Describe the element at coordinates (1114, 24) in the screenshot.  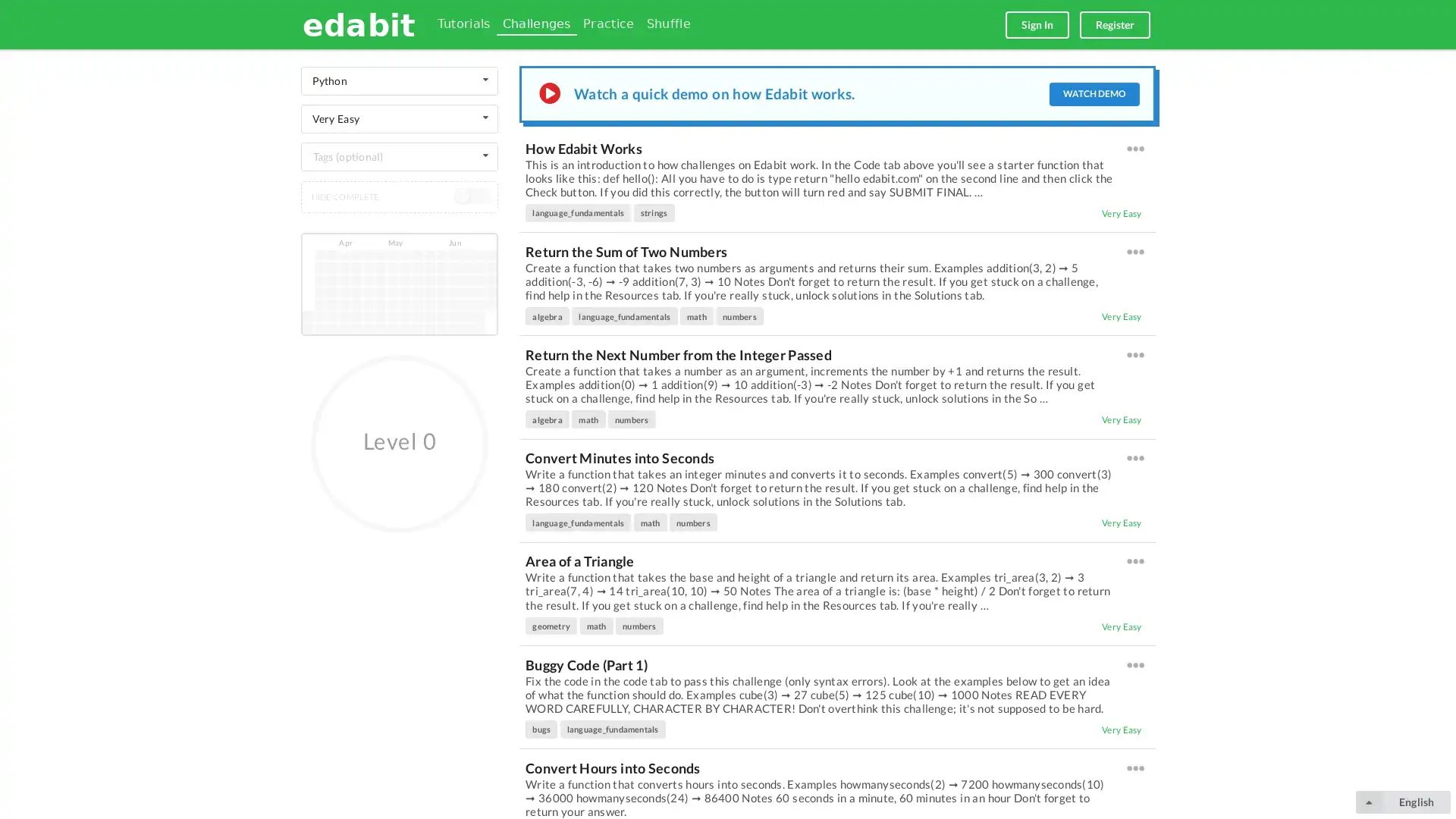
I see `Register` at that location.